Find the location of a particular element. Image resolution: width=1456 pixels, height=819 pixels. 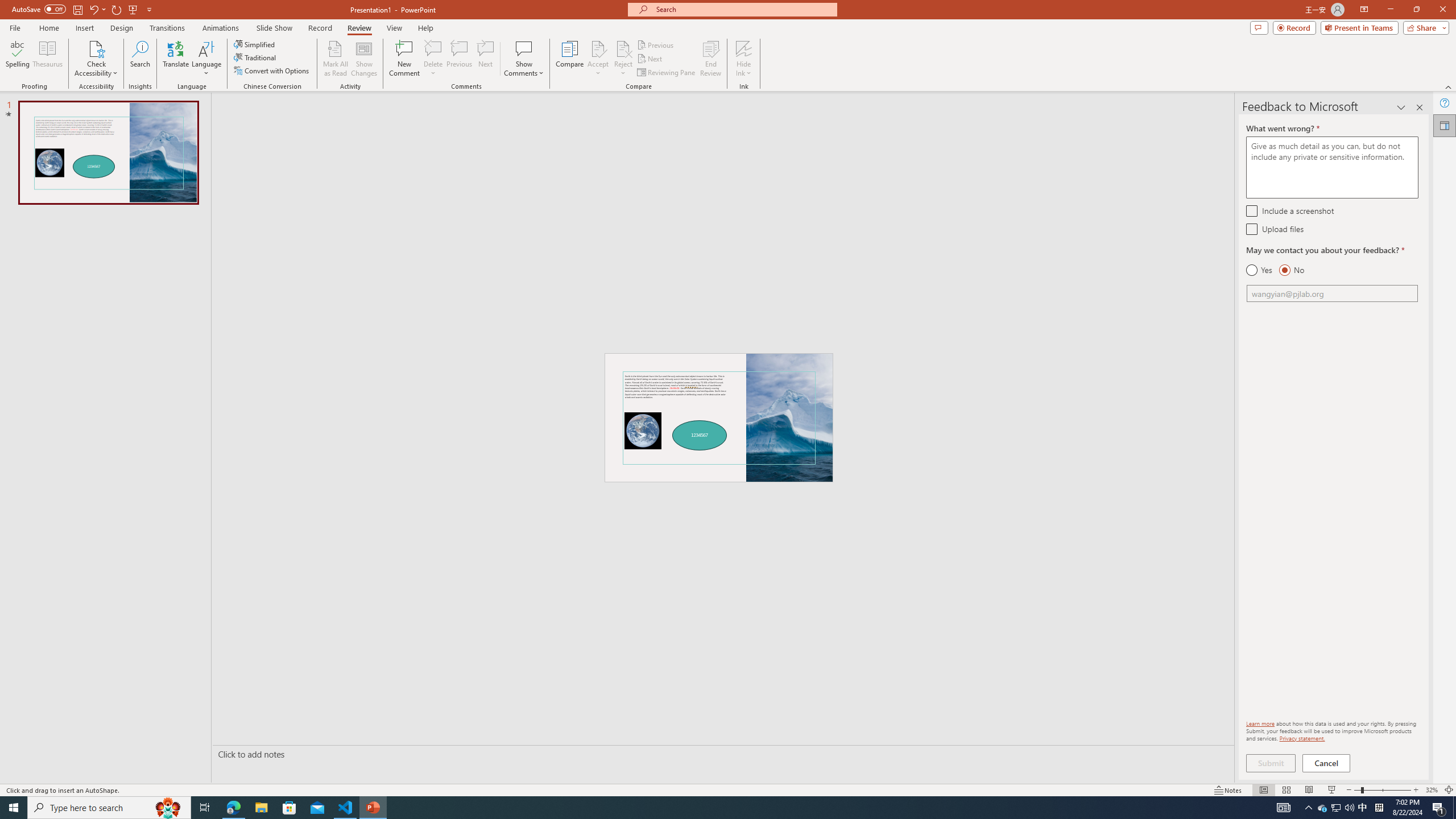

'Email' is located at coordinates (1331, 293).